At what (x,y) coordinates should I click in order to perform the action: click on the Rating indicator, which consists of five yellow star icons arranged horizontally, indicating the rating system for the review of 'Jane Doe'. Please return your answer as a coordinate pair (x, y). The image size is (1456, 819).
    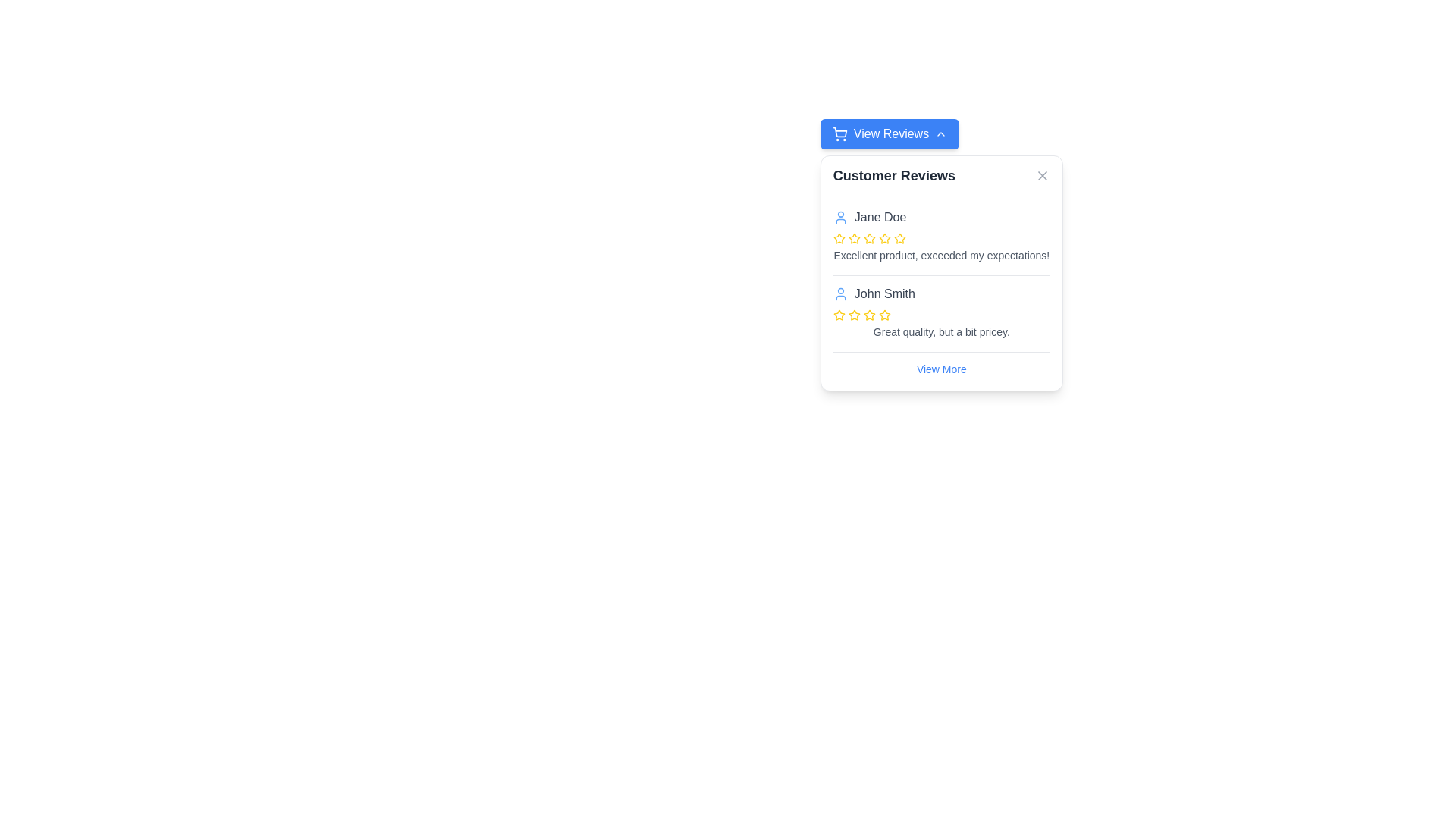
    Looking at the image, I should click on (940, 239).